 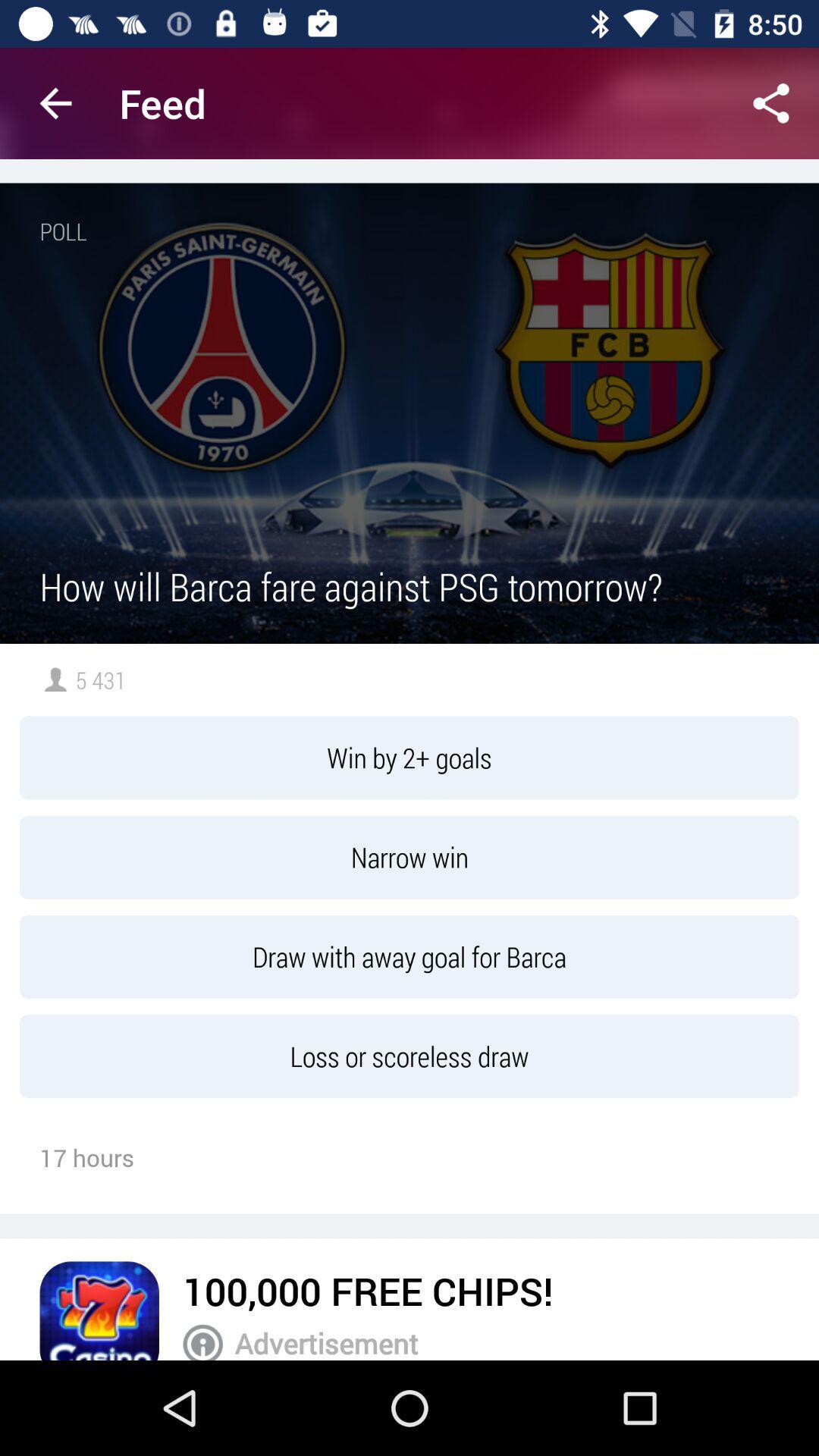 What do you see at coordinates (99, 1310) in the screenshot?
I see `follow the advertisement link` at bounding box center [99, 1310].